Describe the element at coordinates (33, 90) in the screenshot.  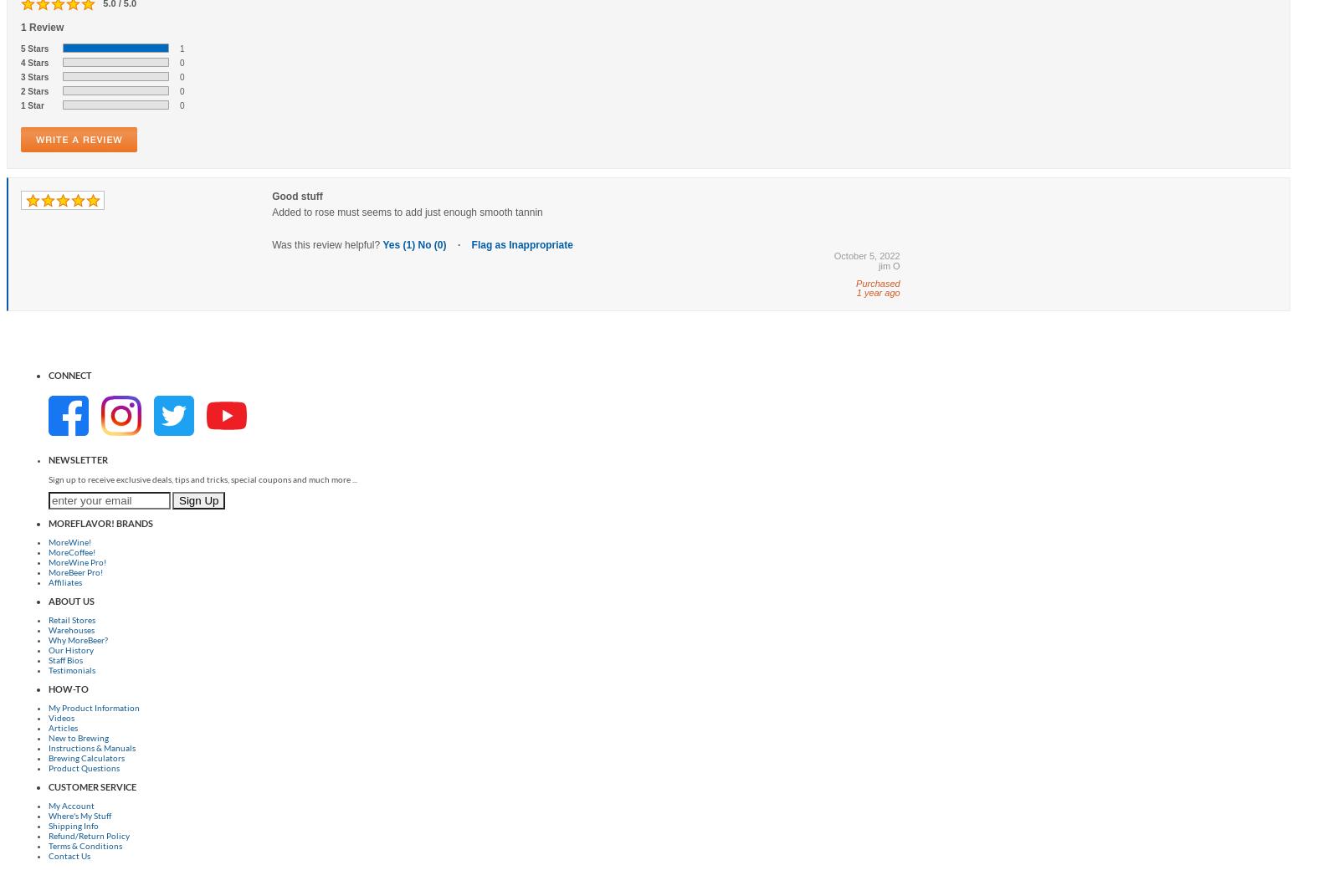
I see `'2 Stars'` at that location.